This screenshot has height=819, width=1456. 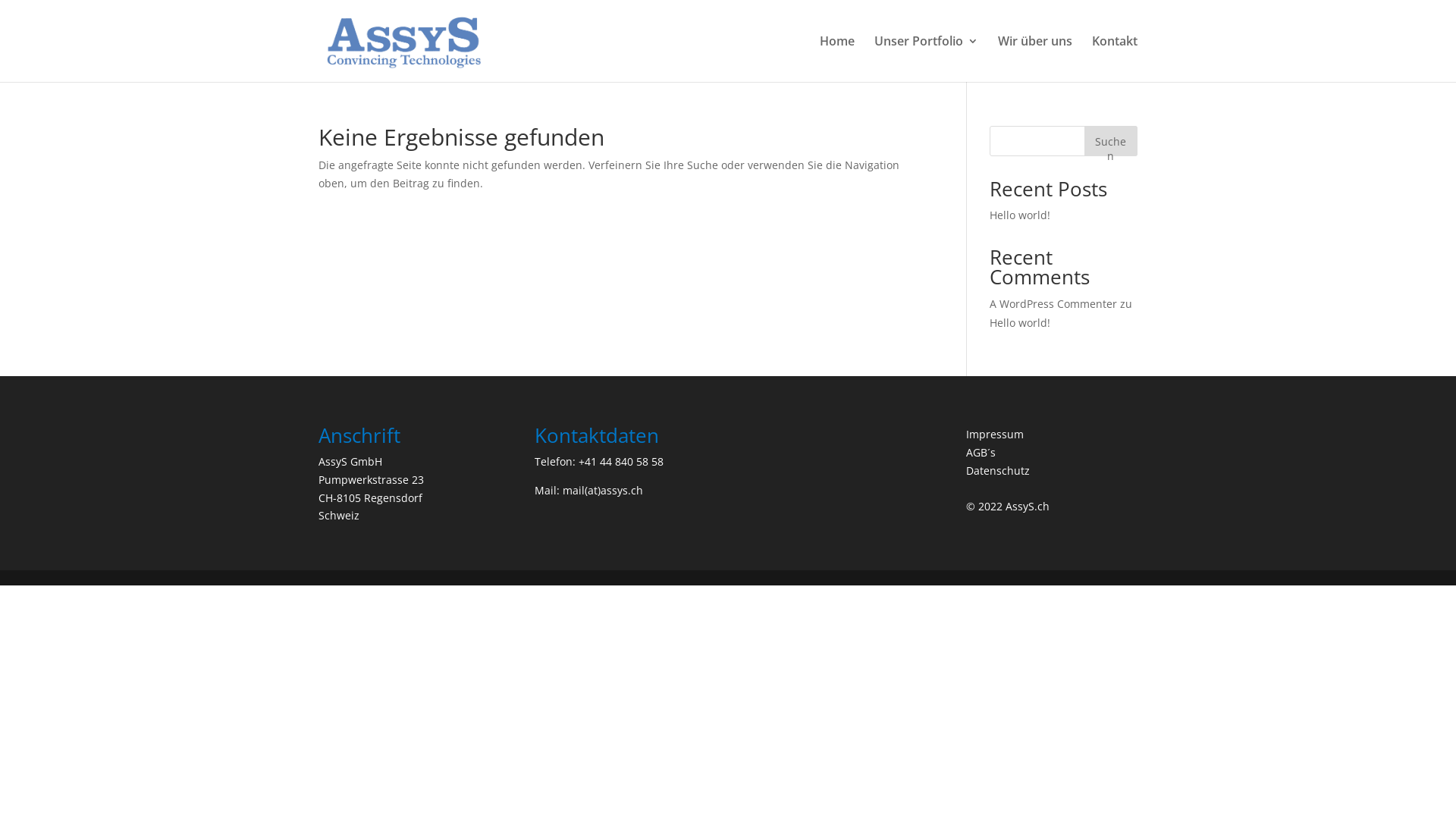 What do you see at coordinates (990, 303) in the screenshot?
I see `'A WordPress Commenter'` at bounding box center [990, 303].